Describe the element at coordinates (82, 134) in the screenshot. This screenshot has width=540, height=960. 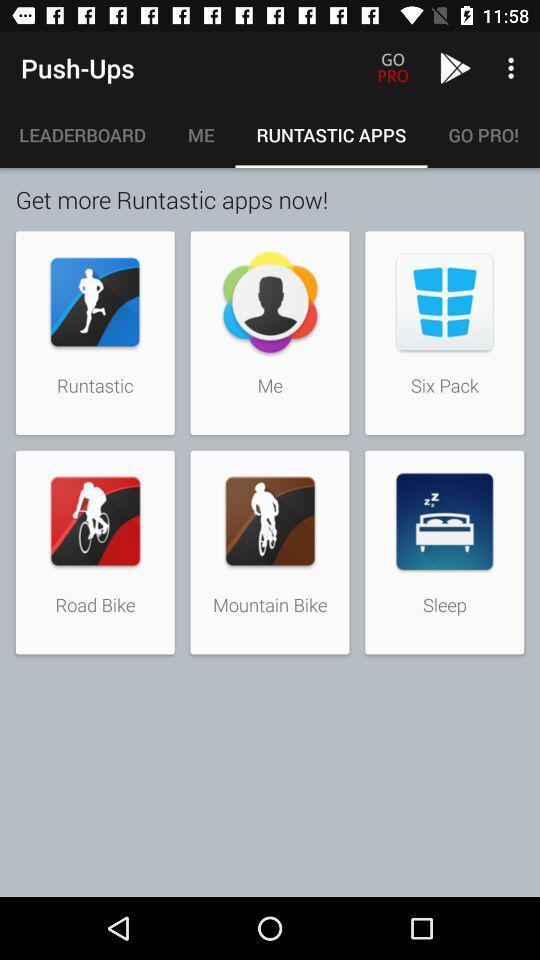
I see `the item below push-ups` at that location.